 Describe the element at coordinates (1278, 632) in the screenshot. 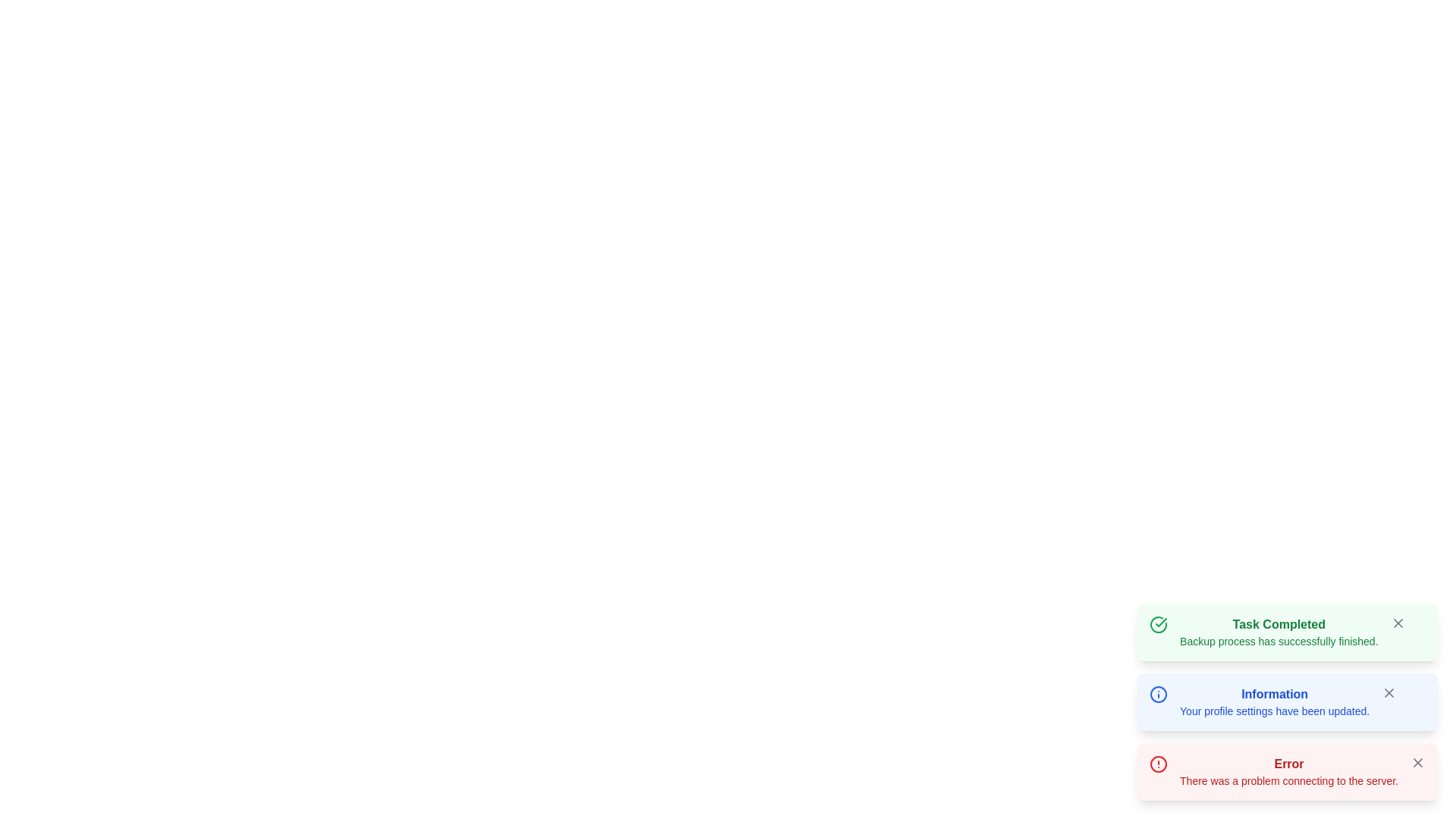

I see `message from the Notification text block located at the top of the notification panels, specifically the green block indicating successful task completion` at that location.